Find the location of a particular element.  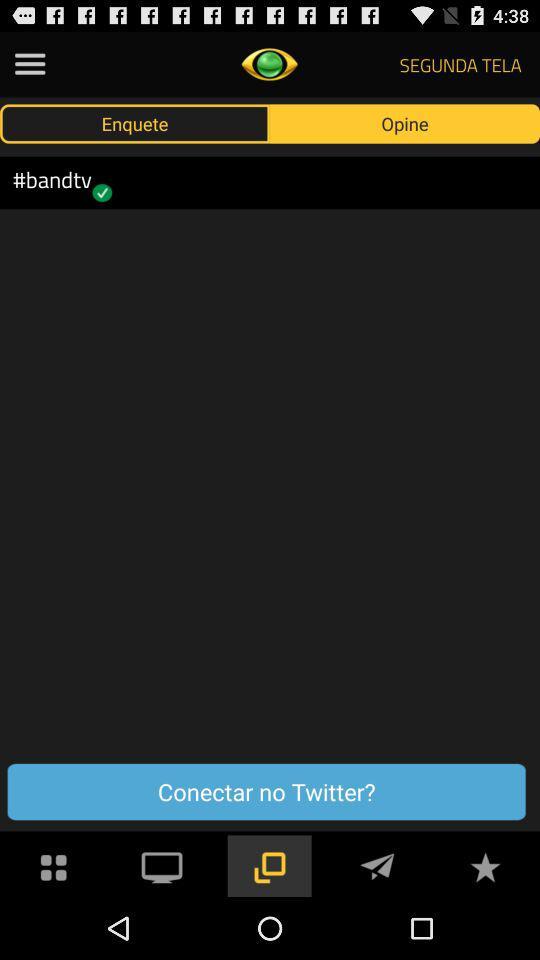

enquete icon is located at coordinates (135, 122).